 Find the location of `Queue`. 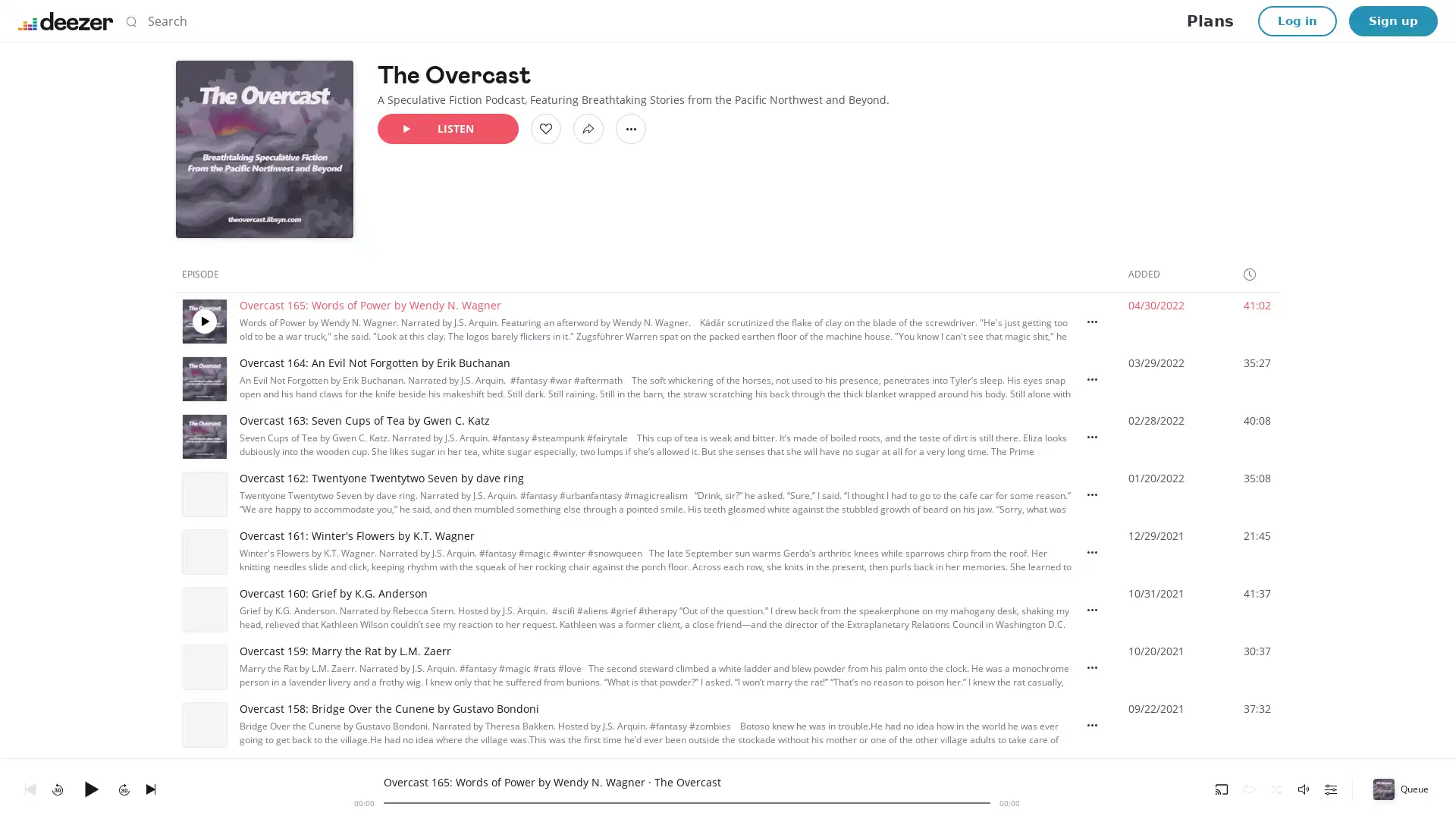

Queue is located at coordinates (1401, 788).